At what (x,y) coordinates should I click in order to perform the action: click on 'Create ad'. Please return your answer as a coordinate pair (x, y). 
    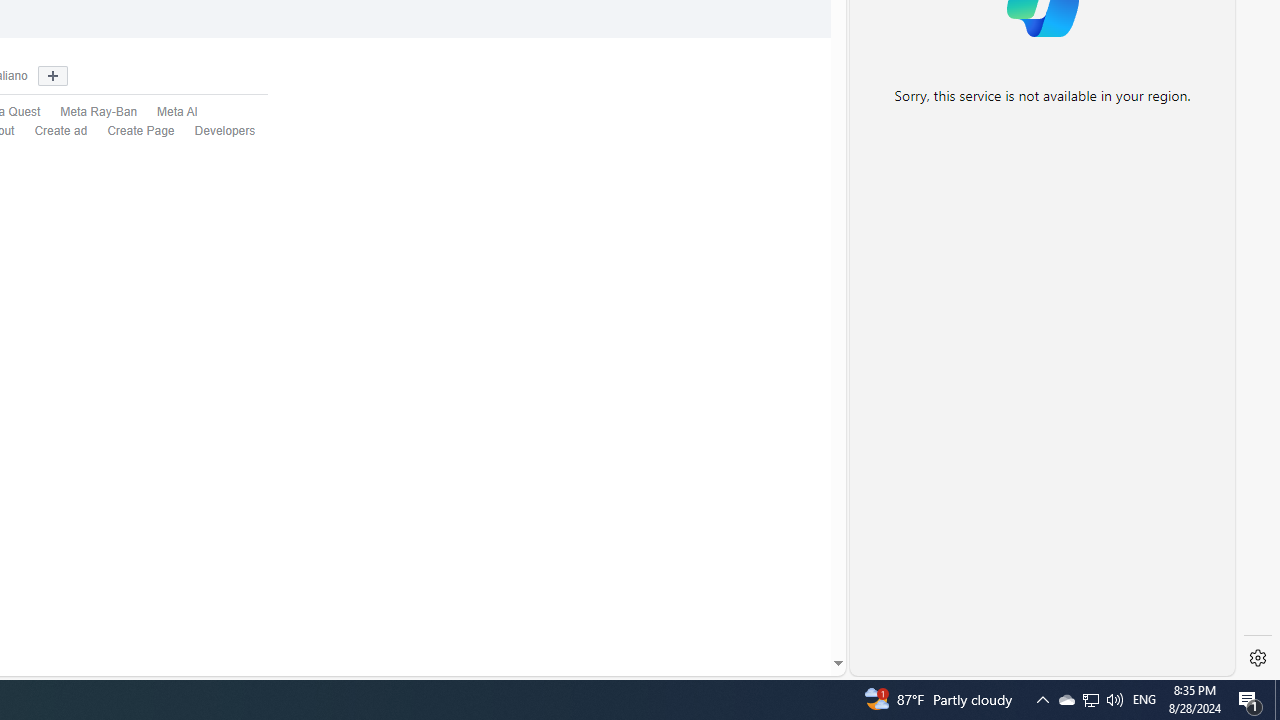
    Looking at the image, I should click on (51, 131).